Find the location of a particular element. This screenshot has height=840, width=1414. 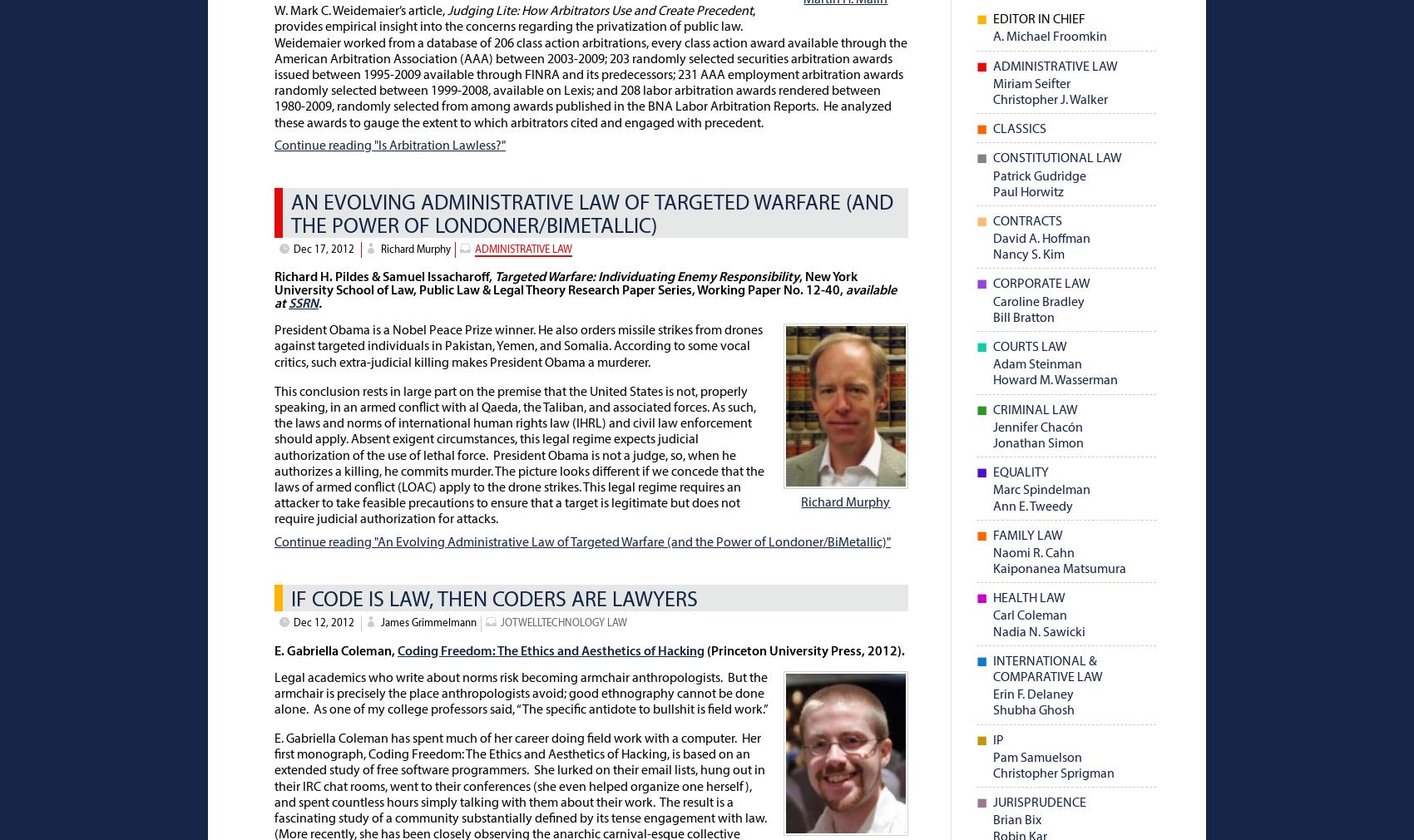

'Miriam Seifter' is located at coordinates (1031, 83).